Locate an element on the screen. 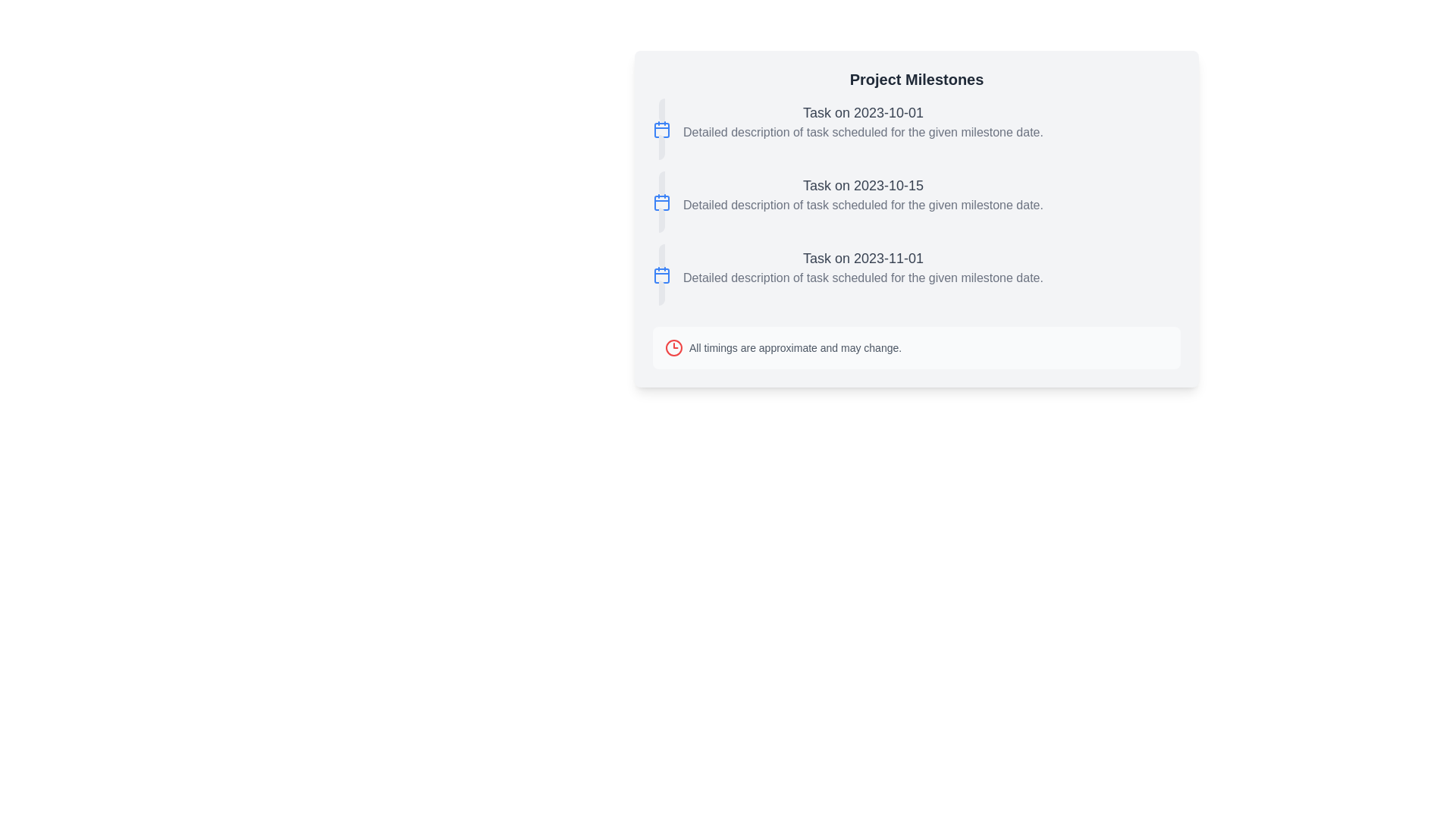 Image resolution: width=1456 pixels, height=819 pixels. the 'Project Milestones' text header, which is styled with a large and bold font and positioned at the top of a light gray background card is located at coordinates (916, 79).